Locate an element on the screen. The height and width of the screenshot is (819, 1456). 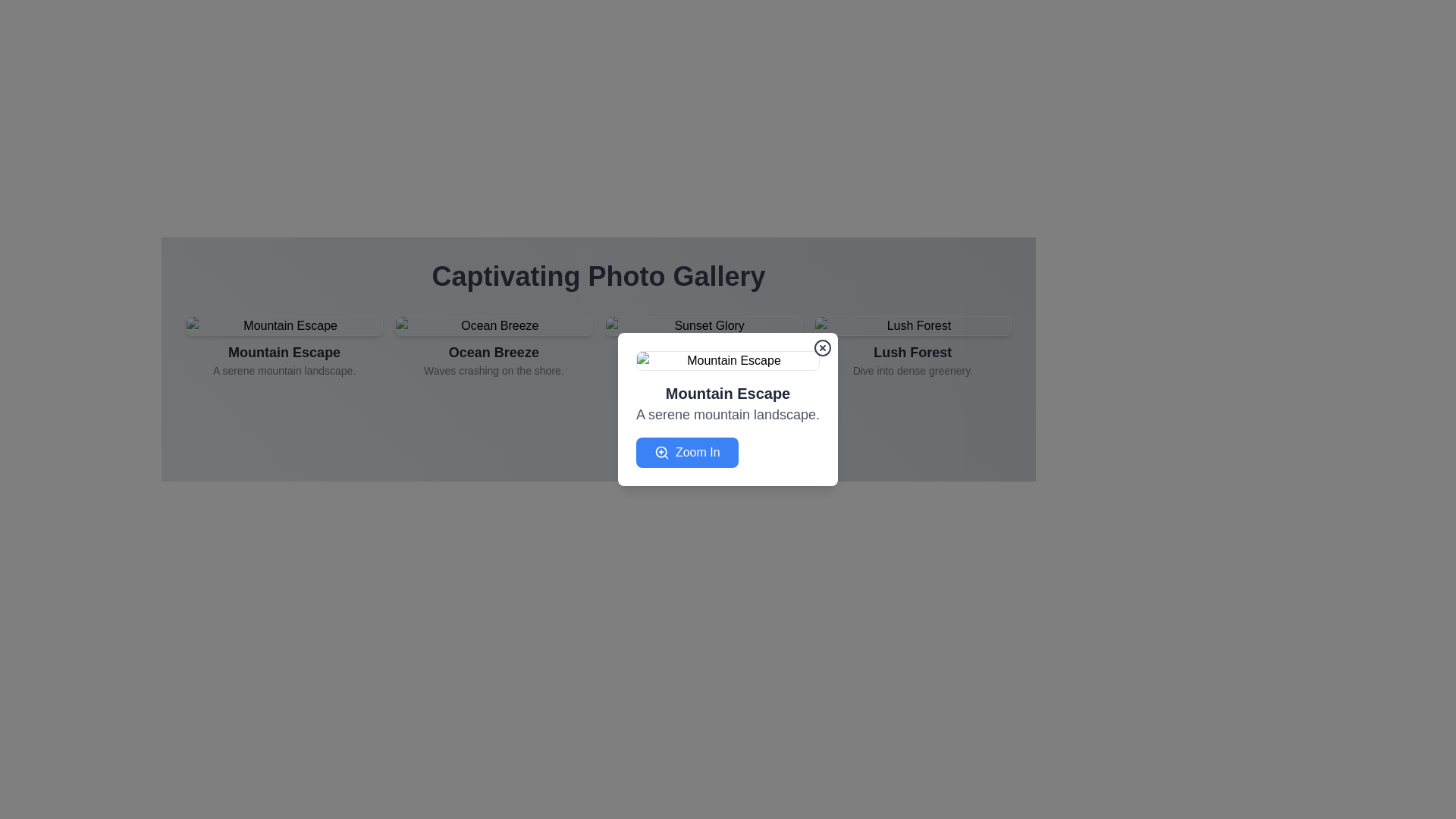
the text label that reads 'Dive into dense greenery.', which is located beneath the title 'Lush Forest' within a card-like design is located at coordinates (912, 371).